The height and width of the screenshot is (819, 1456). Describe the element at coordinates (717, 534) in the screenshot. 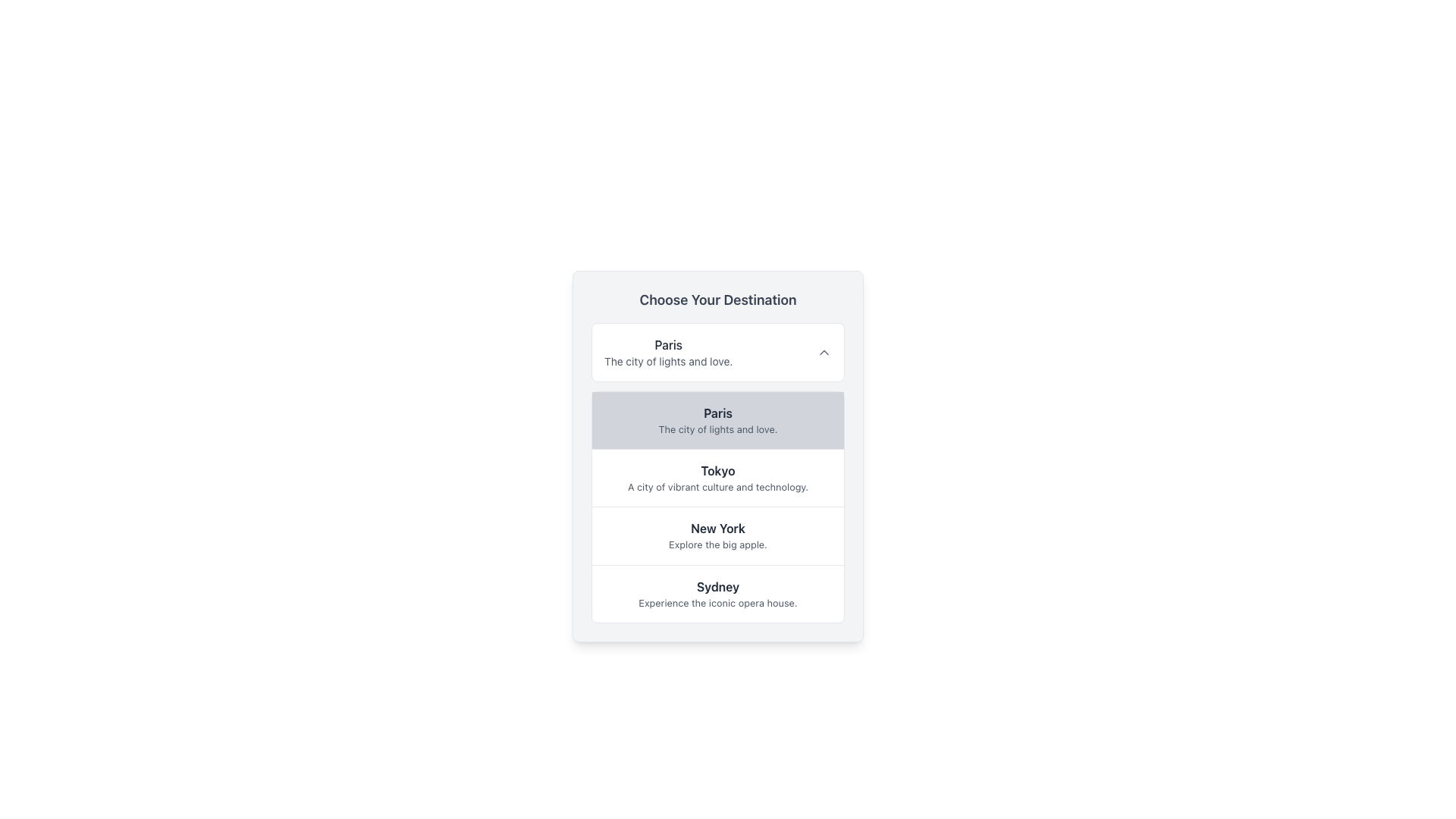

I see `the third item in the vertically arranged list titled 'Choose Your Destination'` at that location.